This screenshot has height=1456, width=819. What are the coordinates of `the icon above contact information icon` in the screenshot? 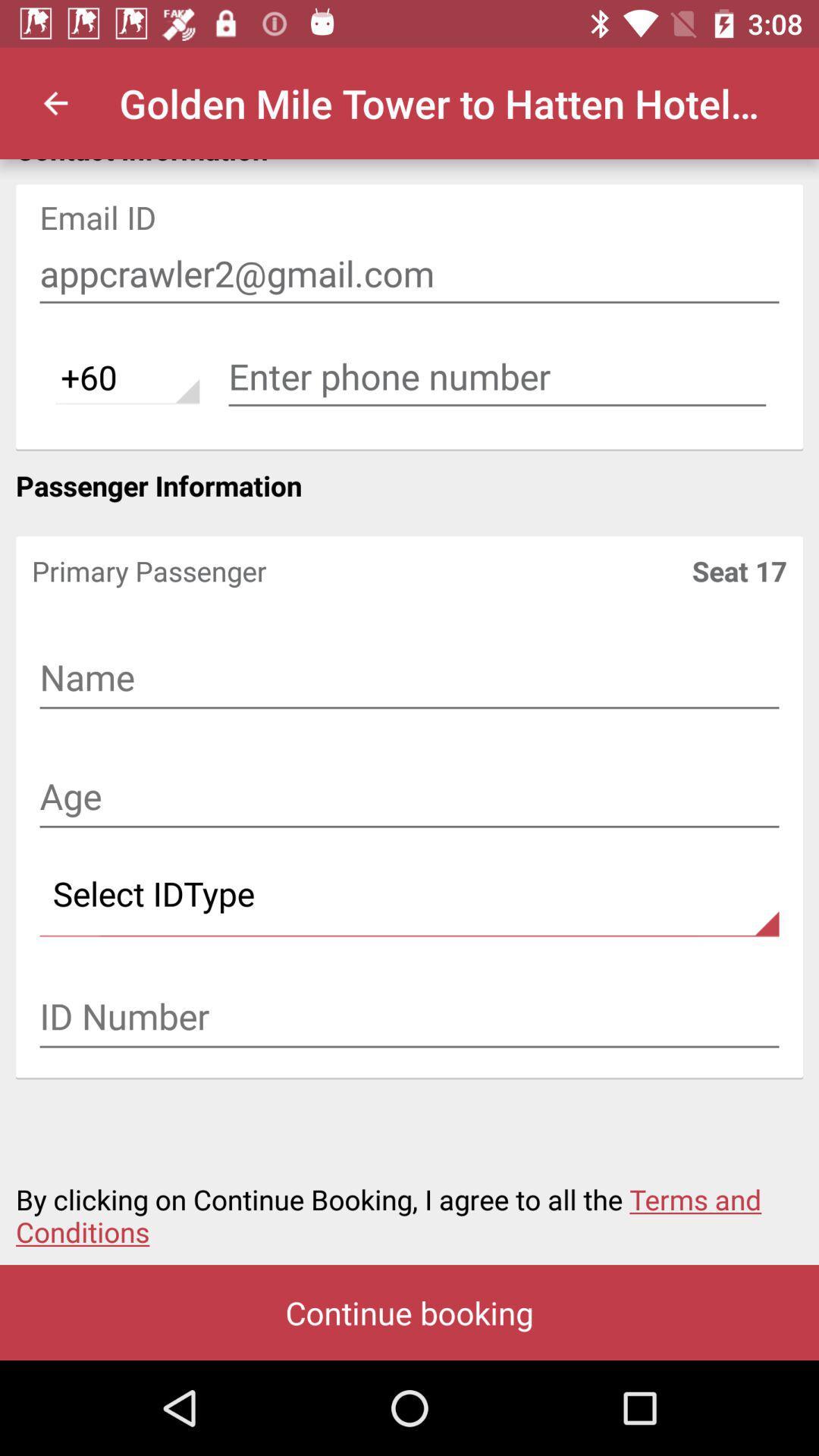 It's located at (55, 102).